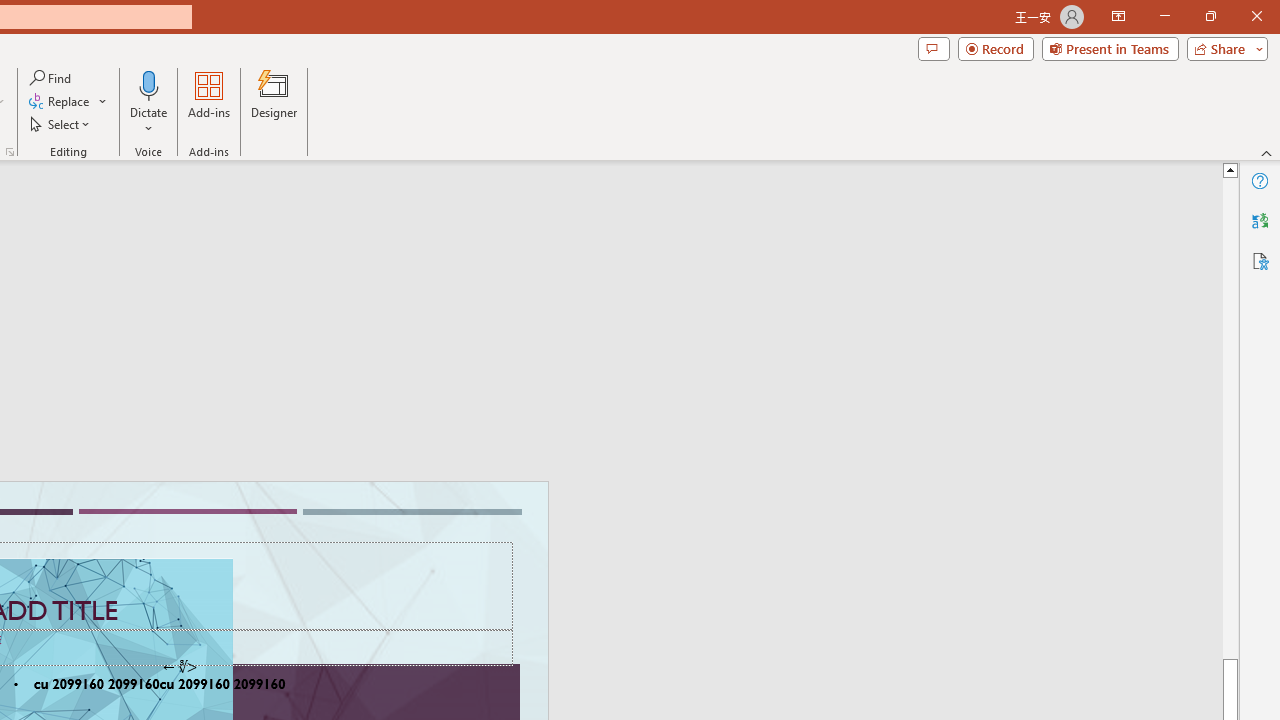 Image resolution: width=1280 pixels, height=720 pixels. I want to click on 'Format Object...', so click(10, 150).